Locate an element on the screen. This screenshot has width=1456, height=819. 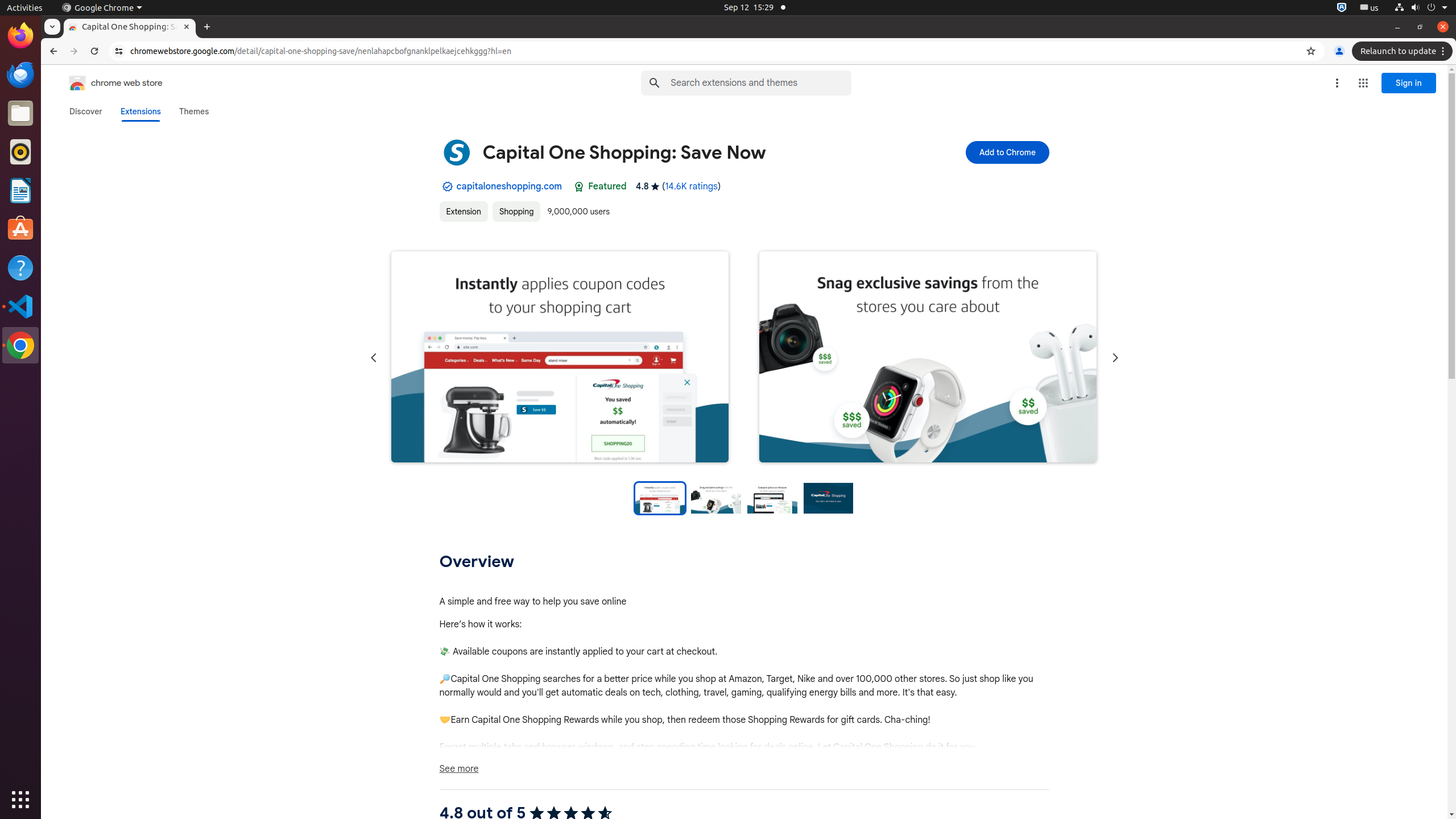
'Previous slide' is located at coordinates (373, 357).